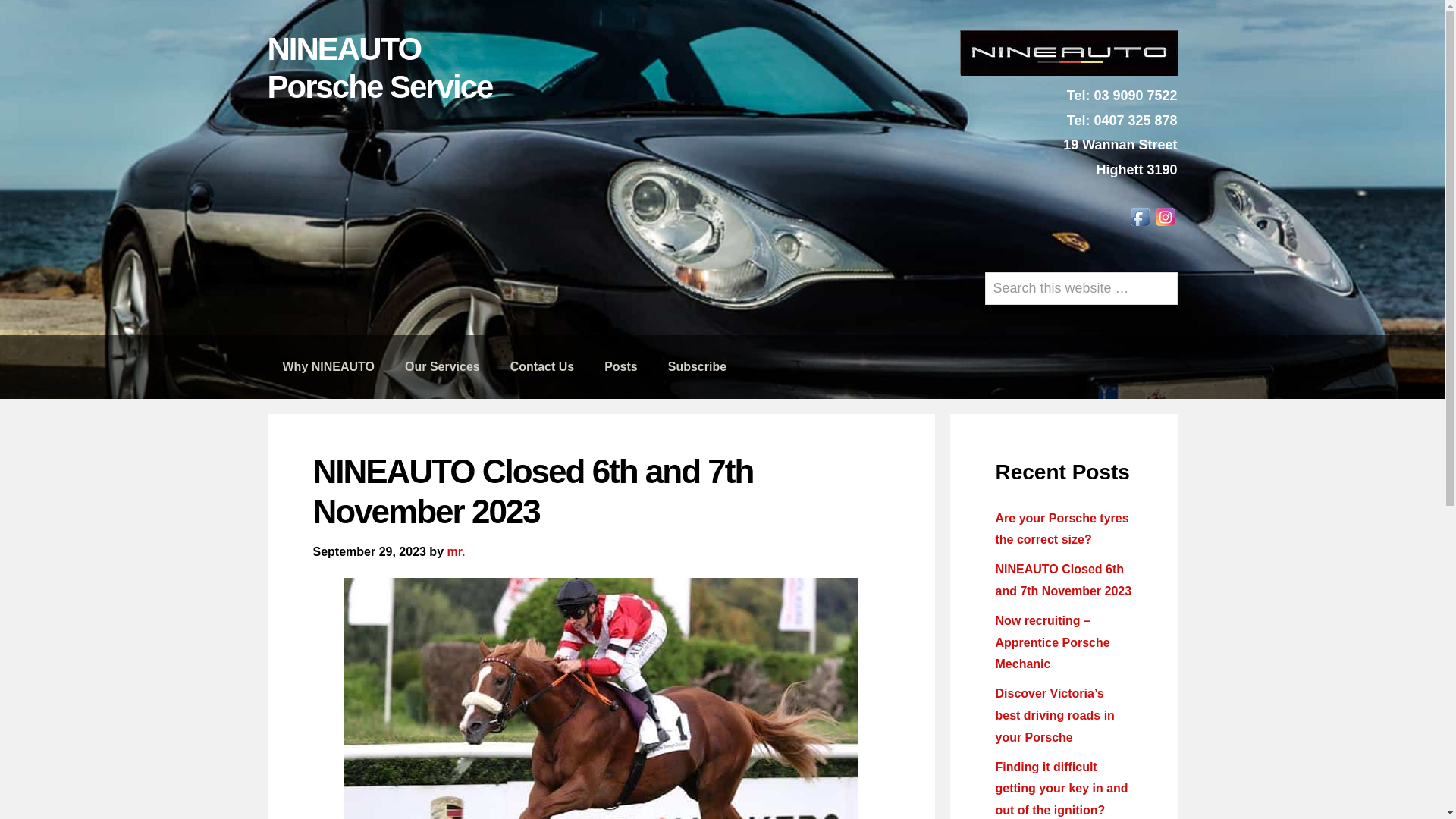 The width and height of the screenshot is (1456, 819). What do you see at coordinates (1065, 96) in the screenshot?
I see `'Tel: 03 9090 7522'` at bounding box center [1065, 96].